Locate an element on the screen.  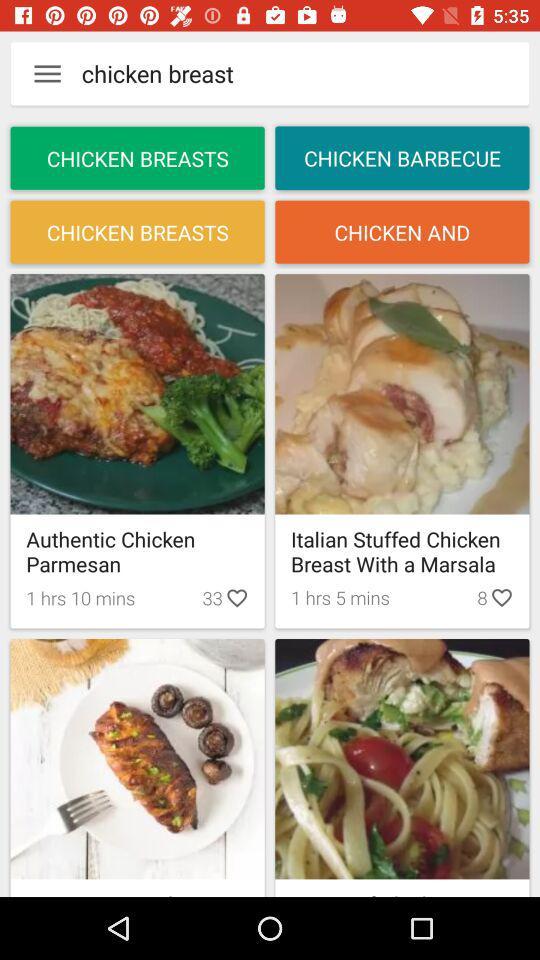
image below orange button is located at coordinates (402, 393).